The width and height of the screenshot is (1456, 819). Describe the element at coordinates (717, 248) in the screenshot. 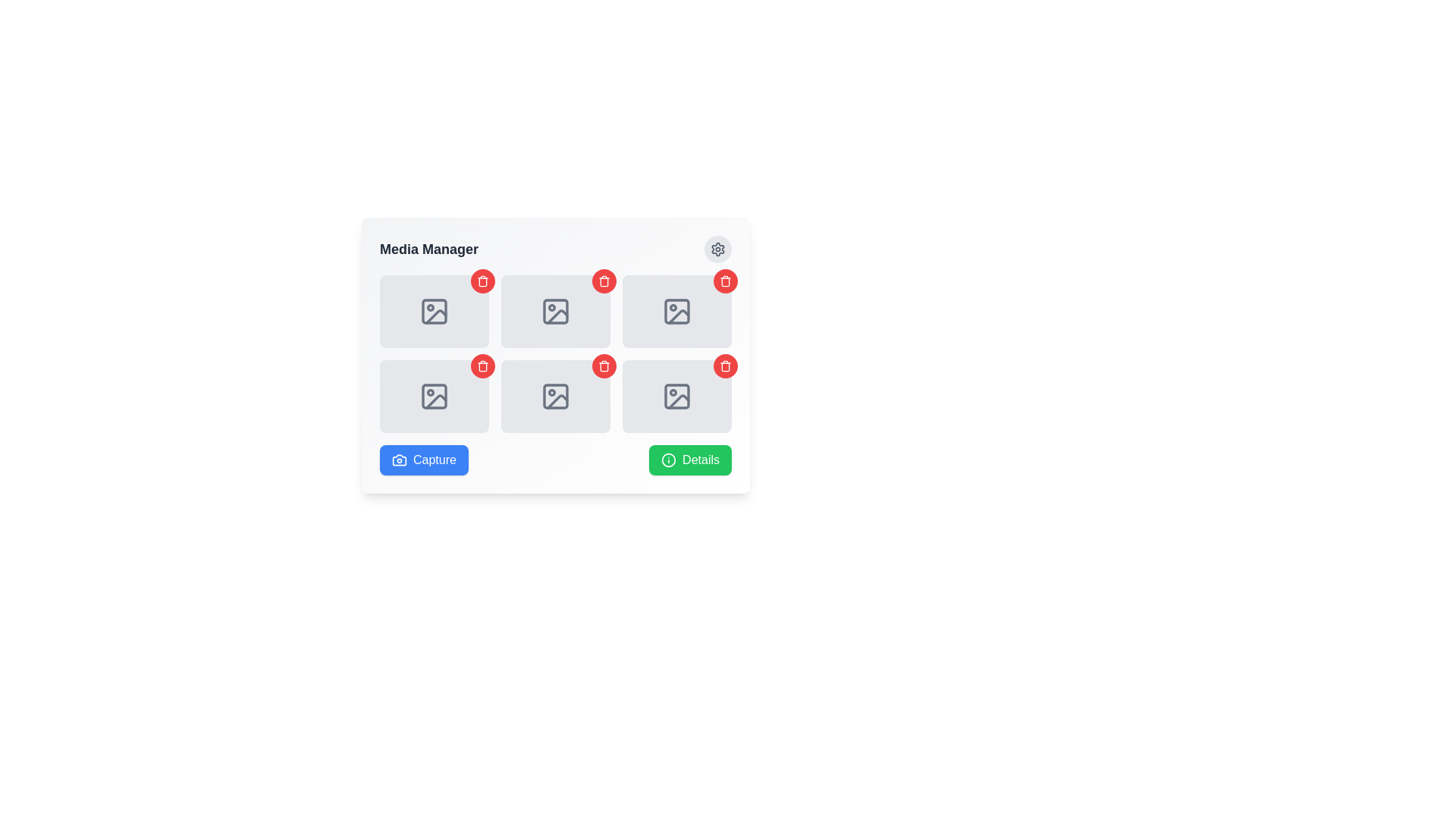

I see `the settings button located in the top-right corner of the 'Media Manager' section` at that location.